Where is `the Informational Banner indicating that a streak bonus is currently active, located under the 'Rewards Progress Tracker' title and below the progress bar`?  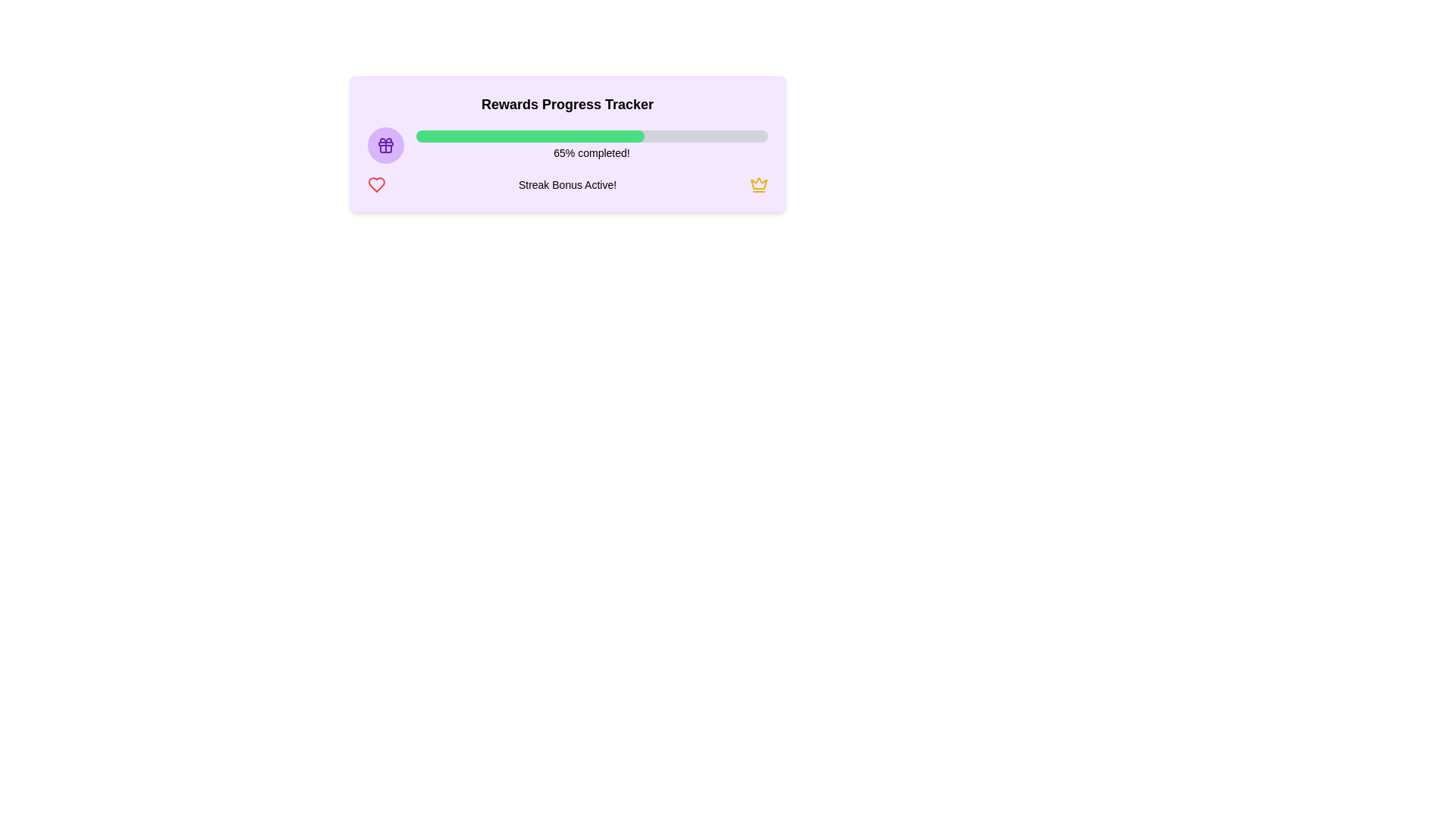
the Informational Banner indicating that a streak bonus is currently active, located under the 'Rewards Progress Tracker' title and below the progress bar is located at coordinates (566, 184).